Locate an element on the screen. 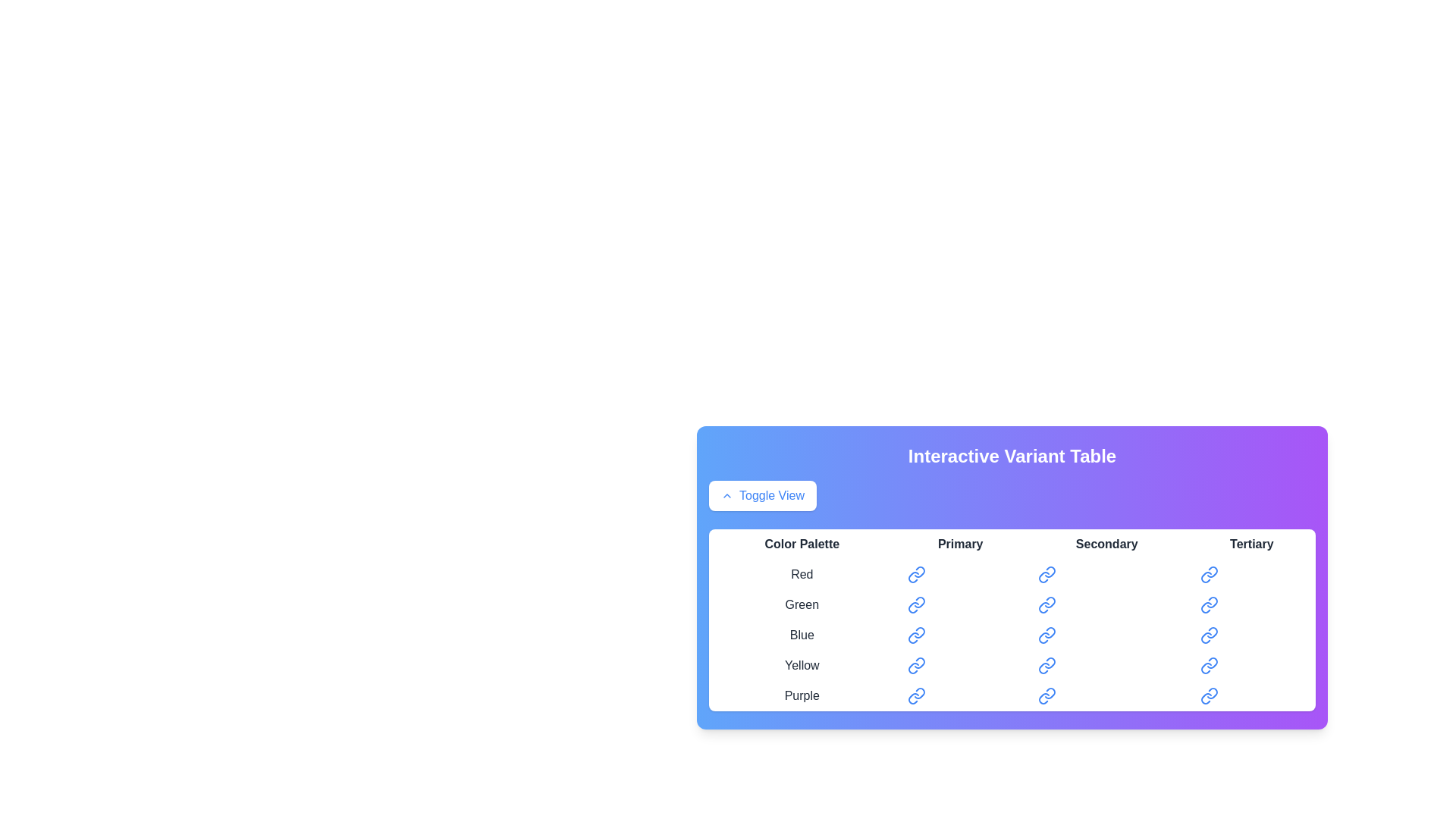 The height and width of the screenshot is (819, 1456). the link icon in the 'Interactive Variant Table' located in the 'Red' row and 'Primary' column, which is the first icon of two similar icons is located at coordinates (918, 572).